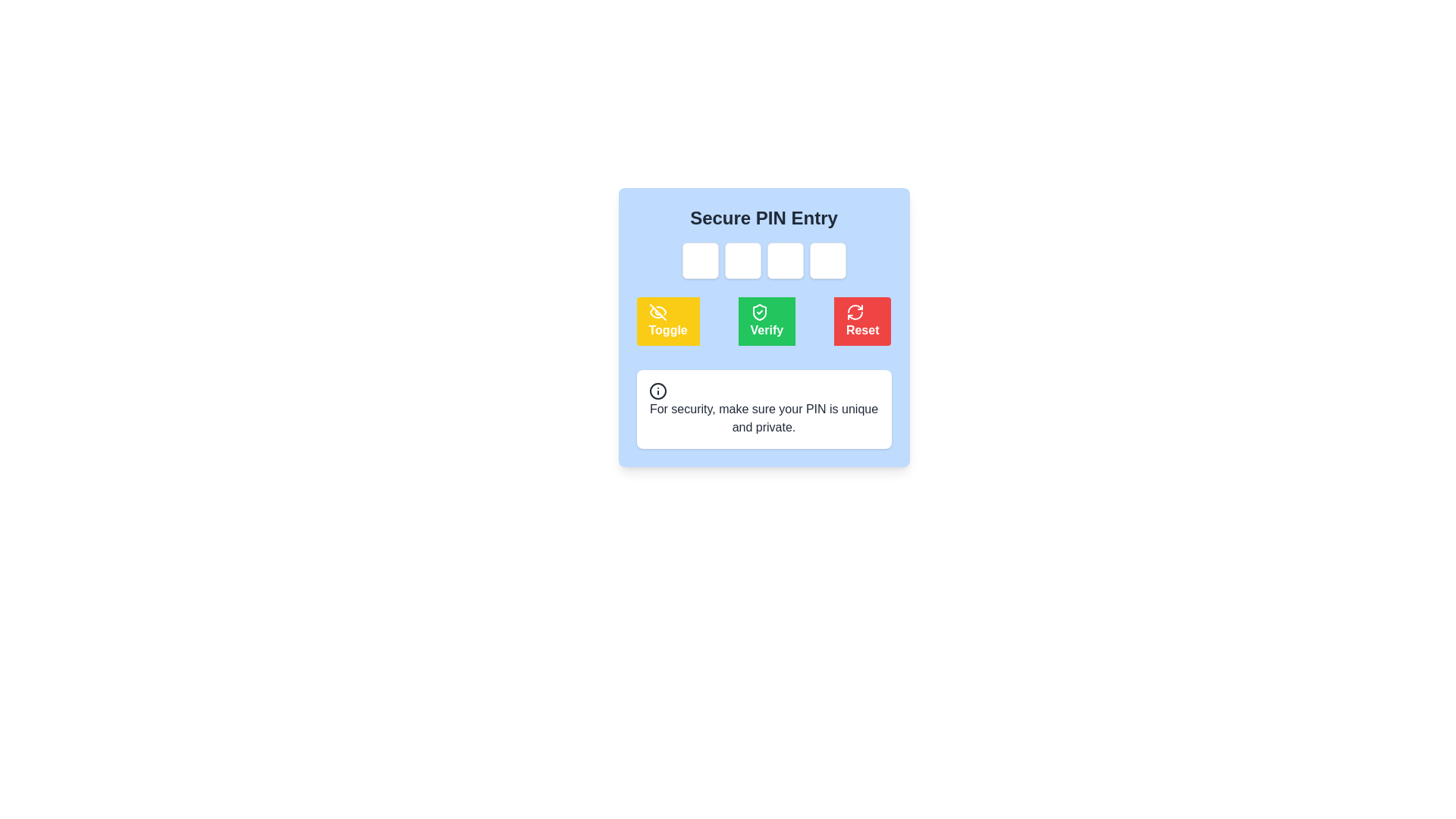 Image resolution: width=1456 pixels, height=819 pixels. Describe the element at coordinates (657, 312) in the screenshot. I see `the eye-off icon located in the bottom-left corner of the interface` at that location.